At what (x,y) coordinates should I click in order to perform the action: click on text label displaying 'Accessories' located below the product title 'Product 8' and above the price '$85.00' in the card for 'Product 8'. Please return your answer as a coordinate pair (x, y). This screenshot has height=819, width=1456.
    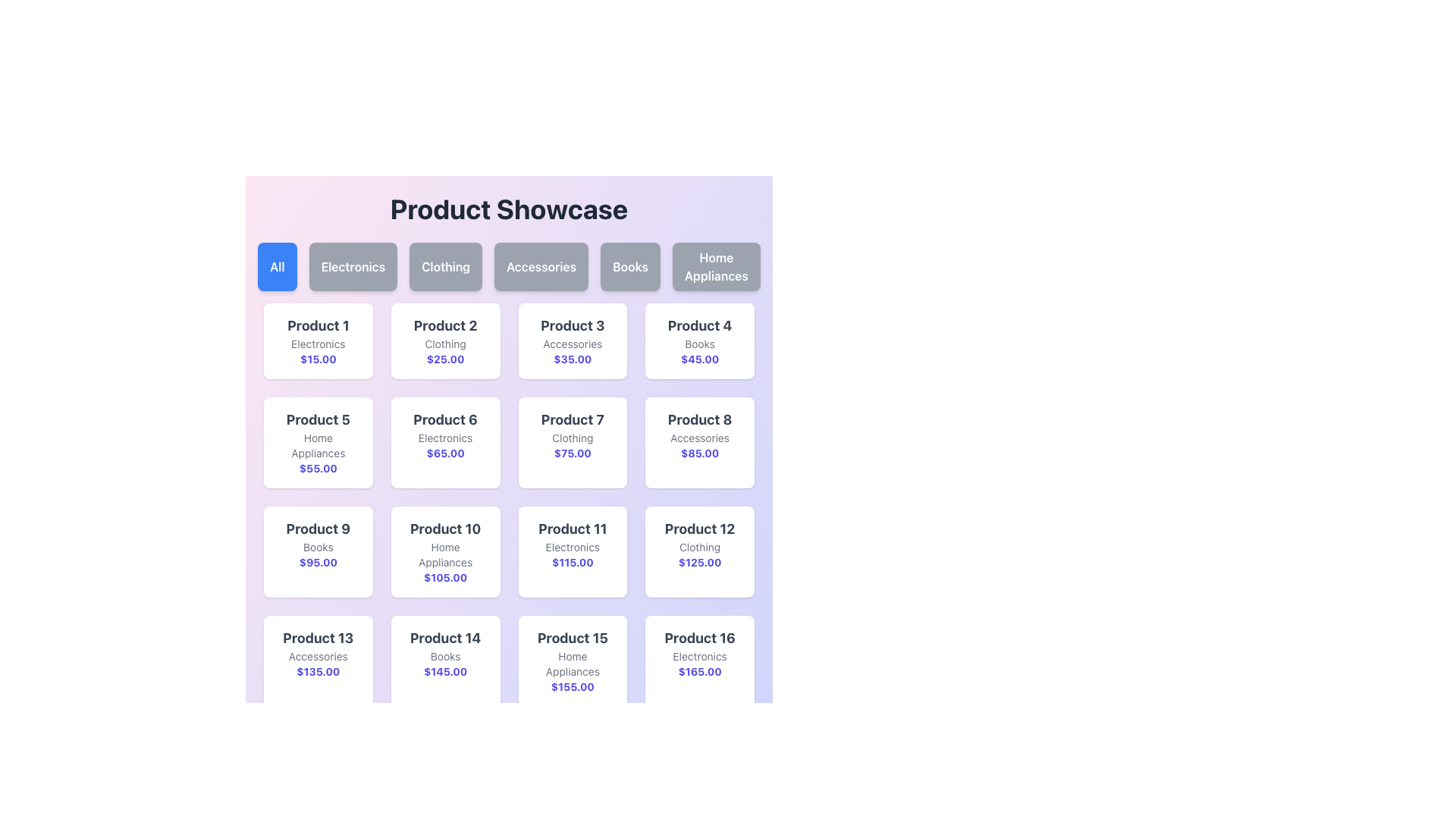
    Looking at the image, I should click on (699, 438).